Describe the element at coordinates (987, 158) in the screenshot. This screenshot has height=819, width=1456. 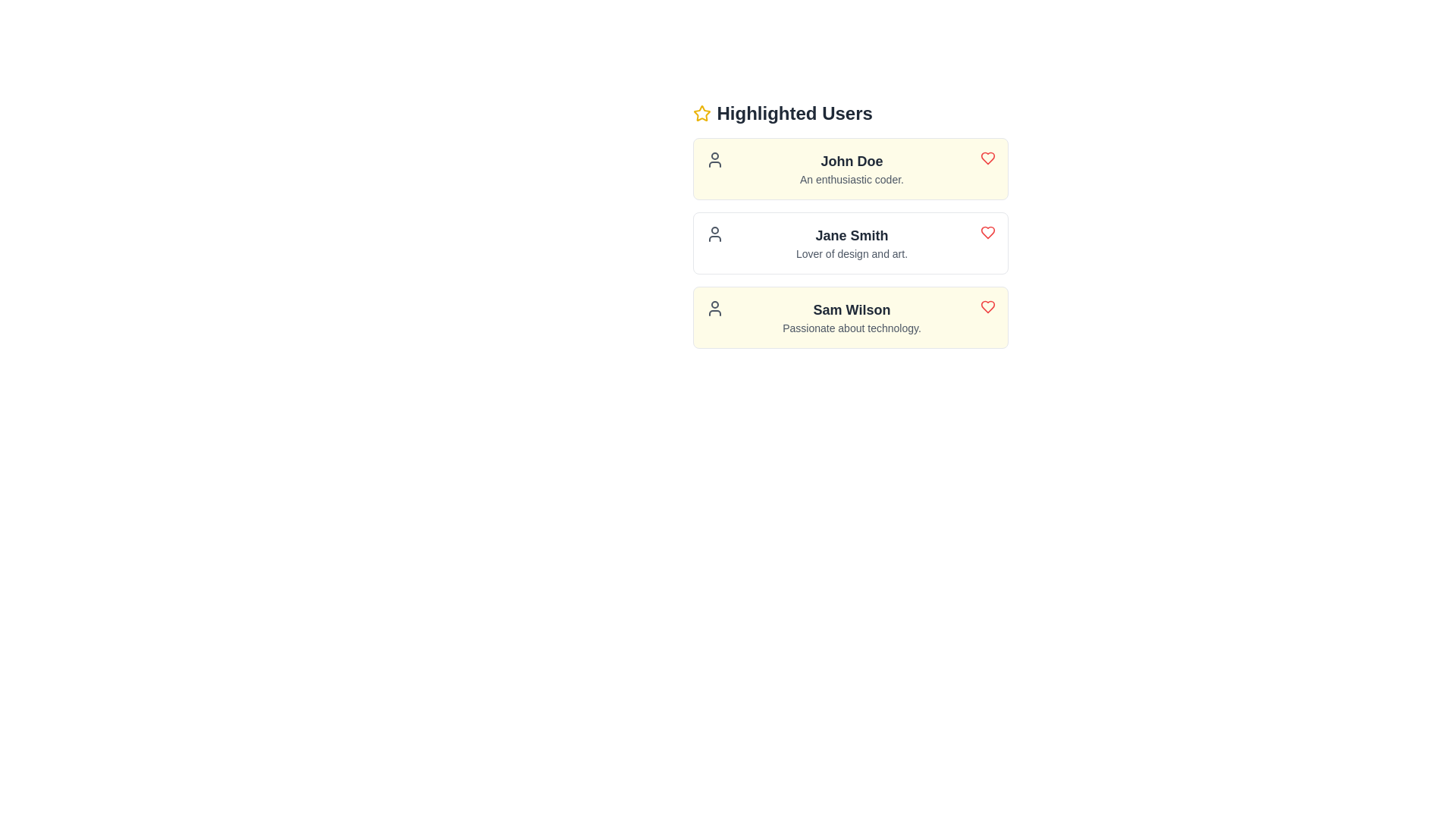
I see `the 'Heart' button for John Doe to toggle their favorite status` at that location.